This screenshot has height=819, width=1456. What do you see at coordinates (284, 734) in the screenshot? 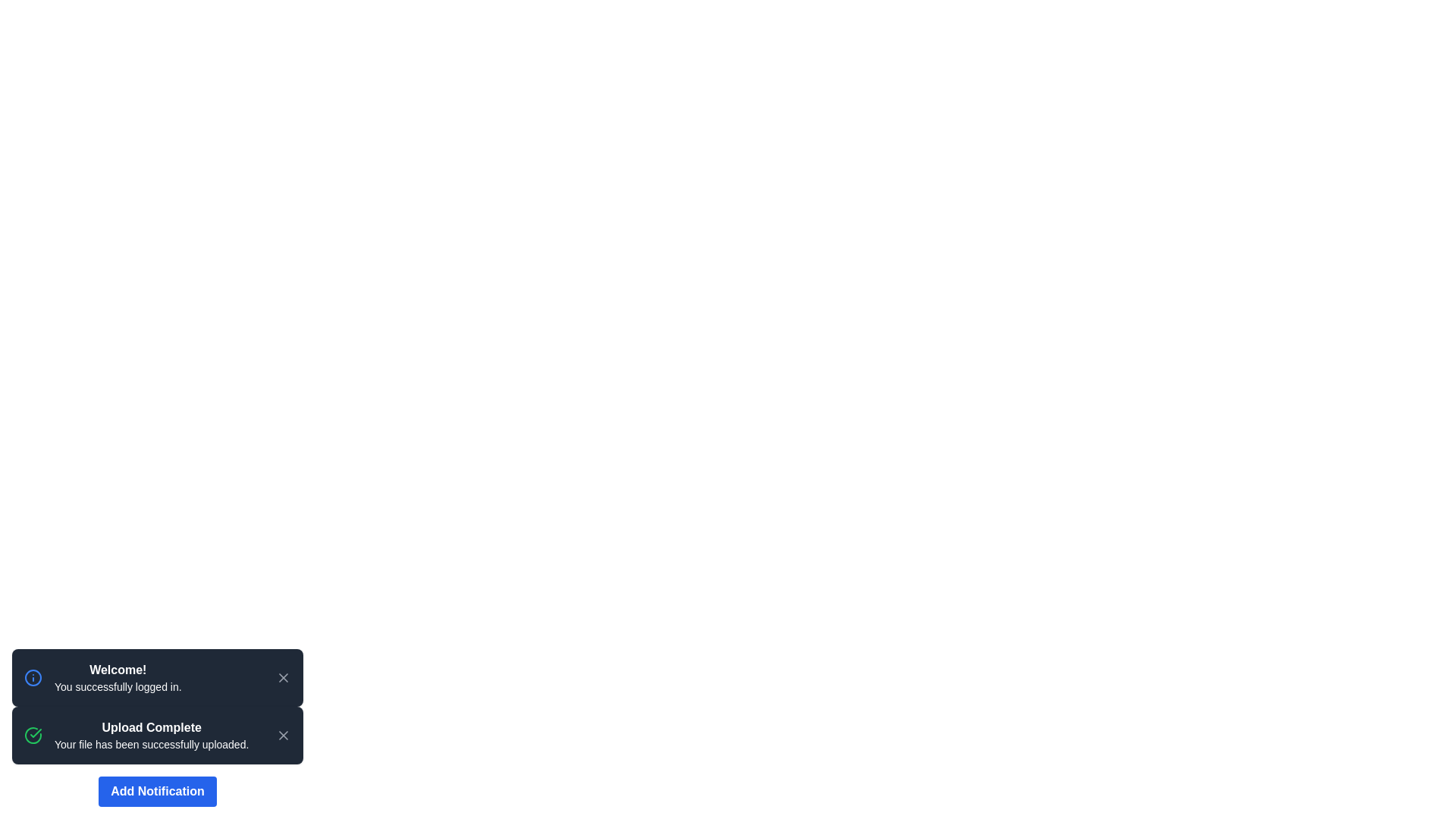
I see `the circular 'Close' button with an 'X' icon` at bounding box center [284, 734].